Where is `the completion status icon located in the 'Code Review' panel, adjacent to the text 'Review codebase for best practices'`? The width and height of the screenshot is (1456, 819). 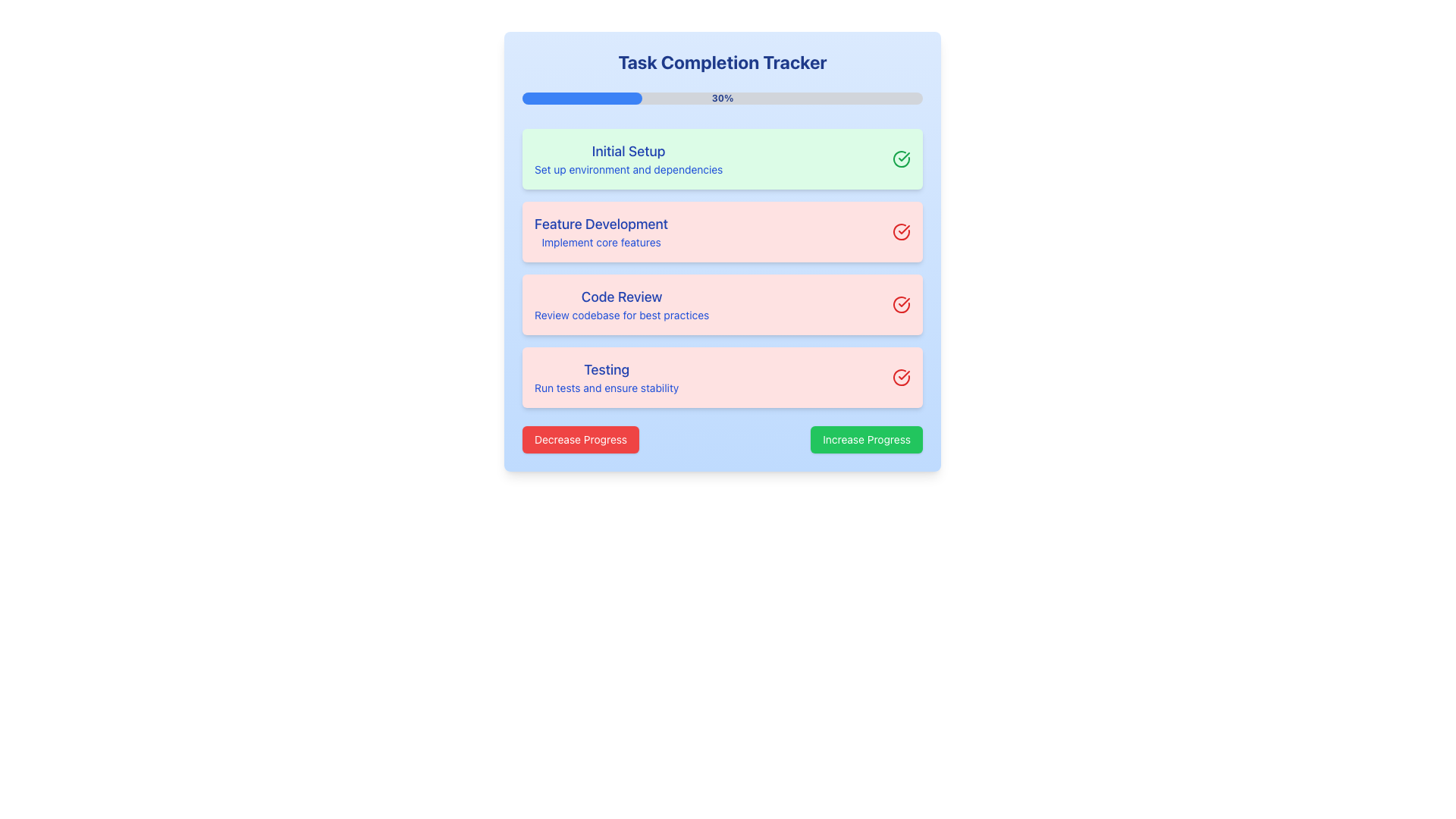 the completion status icon located in the 'Code Review' panel, adjacent to the text 'Review codebase for best practices' is located at coordinates (902, 304).